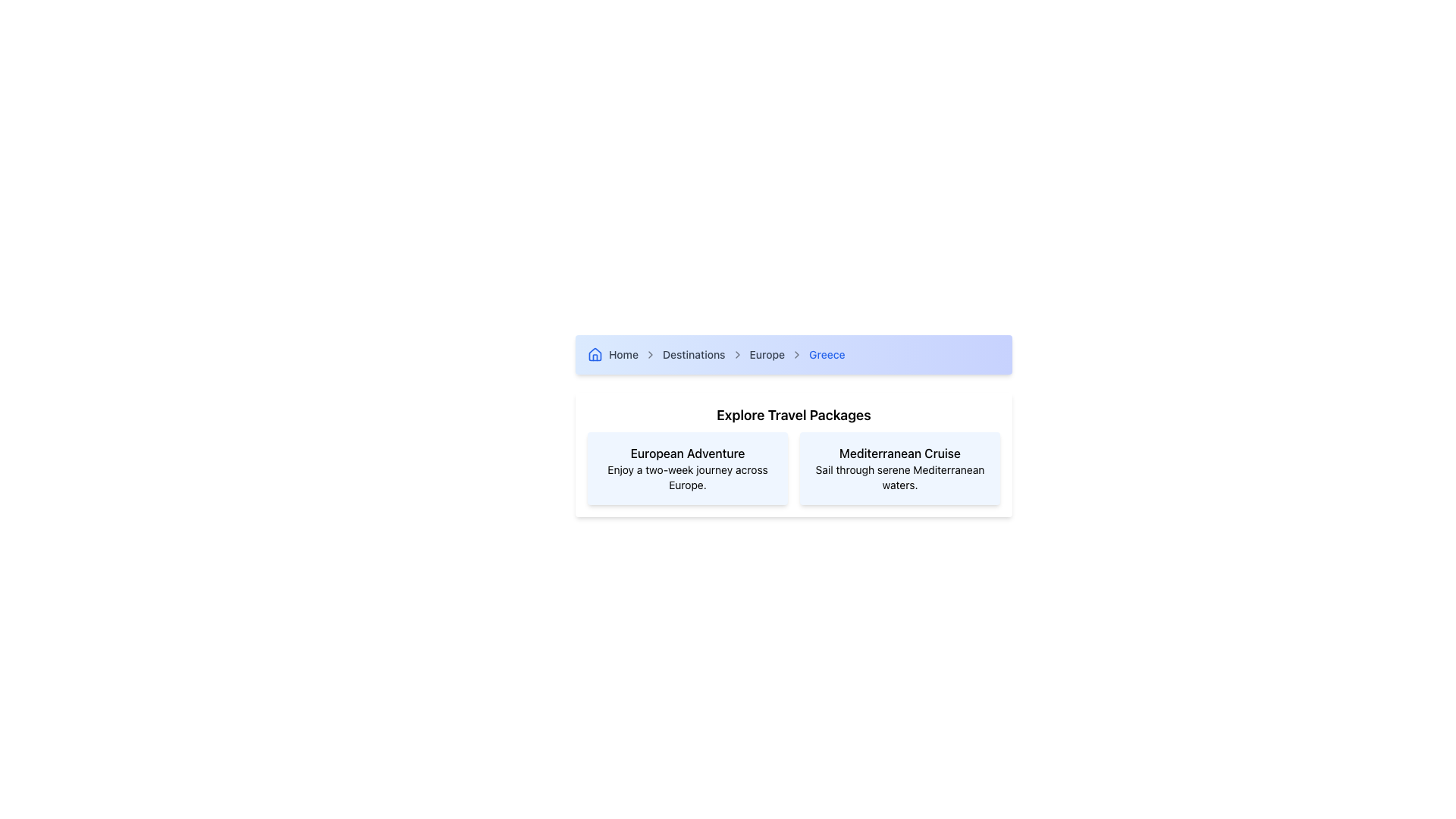  What do you see at coordinates (693, 354) in the screenshot?
I see `the 'Destinations' text label in the breadcrumb navigation` at bounding box center [693, 354].